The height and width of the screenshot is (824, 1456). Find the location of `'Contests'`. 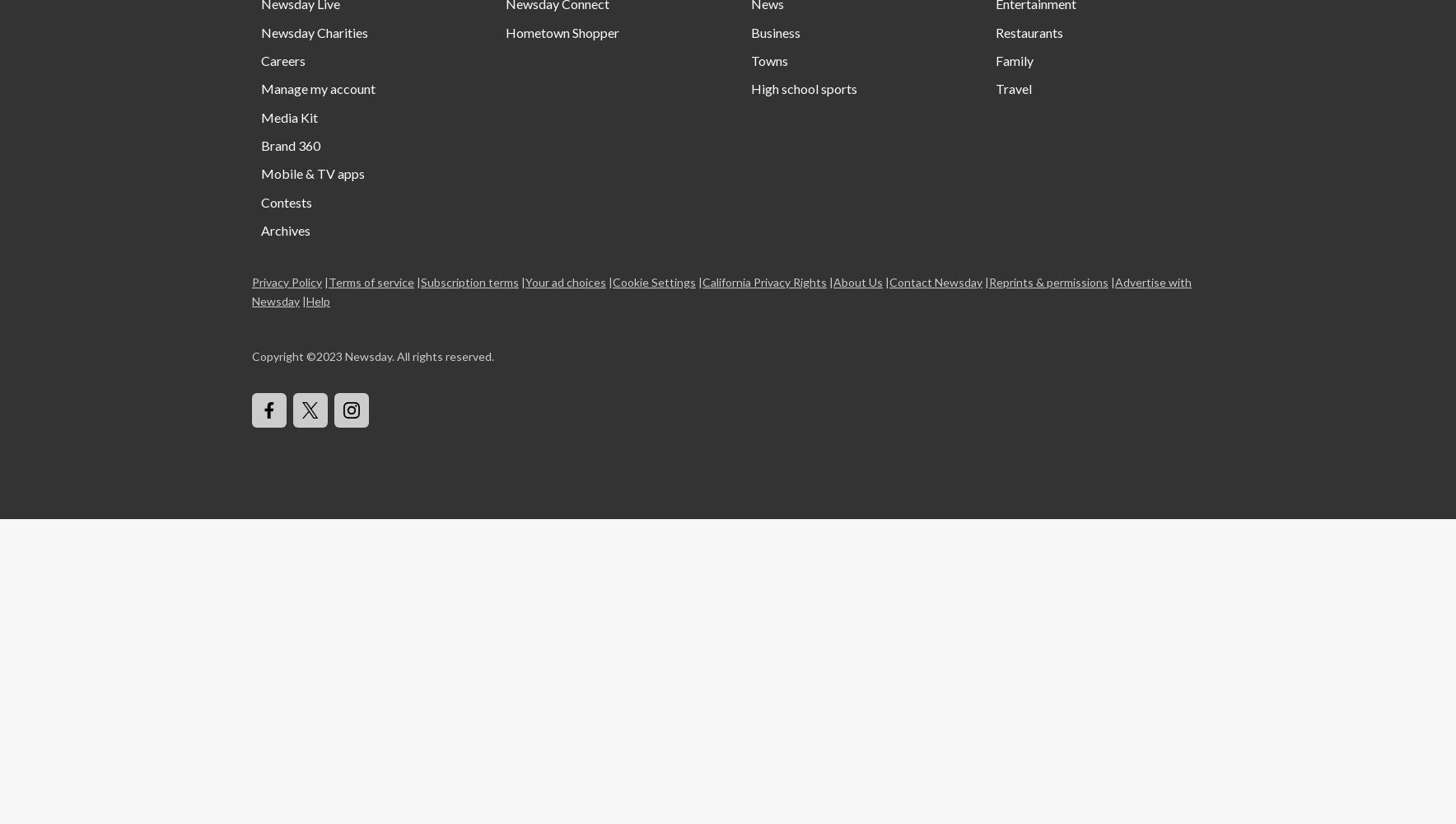

'Contests' is located at coordinates (286, 200).